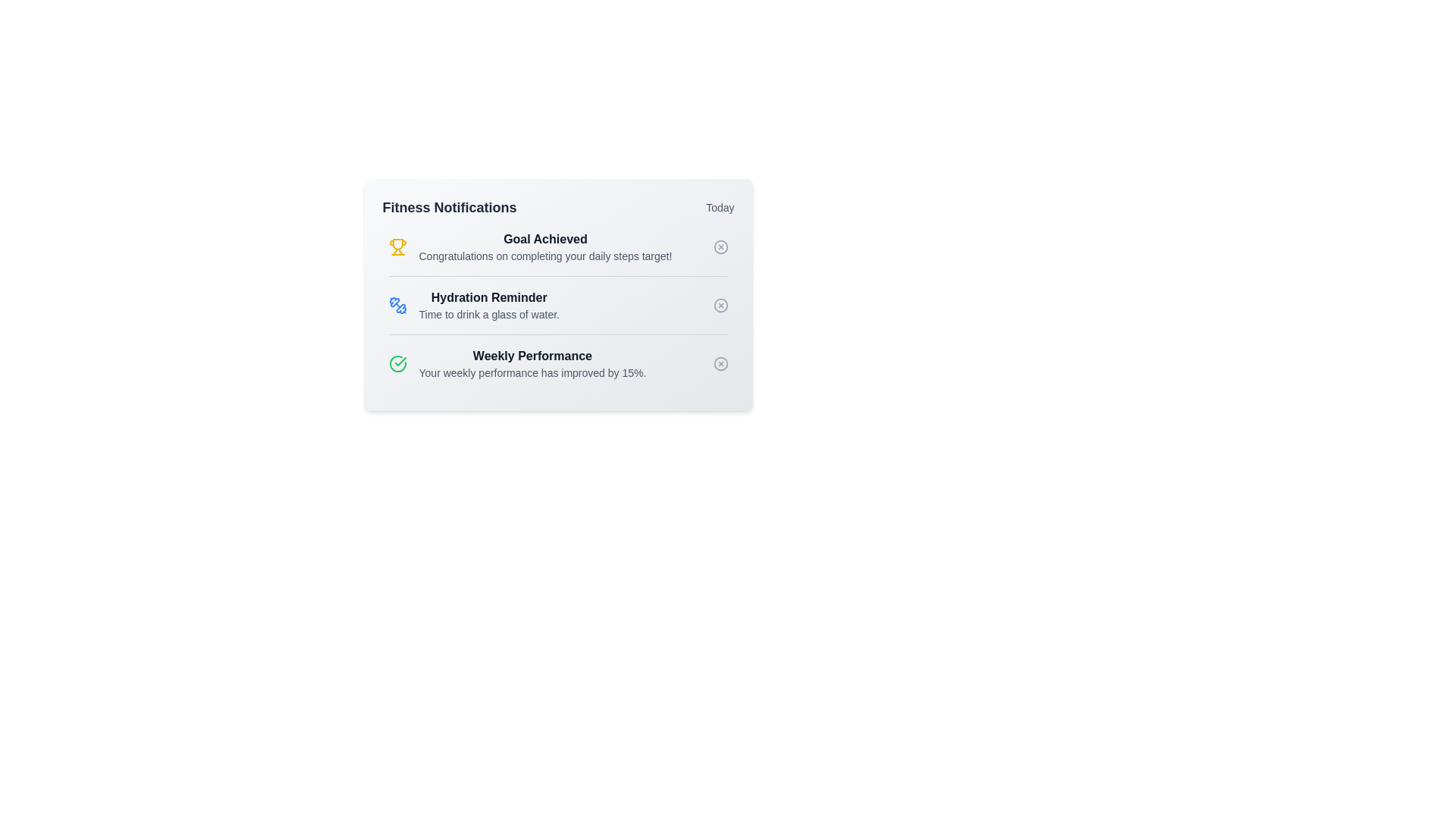 The height and width of the screenshot is (819, 1456). What do you see at coordinates (517, 363) in the screenshot?
I see `the checkmark icon in the third notification item under 'Fitness Notifications' to recognize the improved performance notification` at bounding box center [517, 363].